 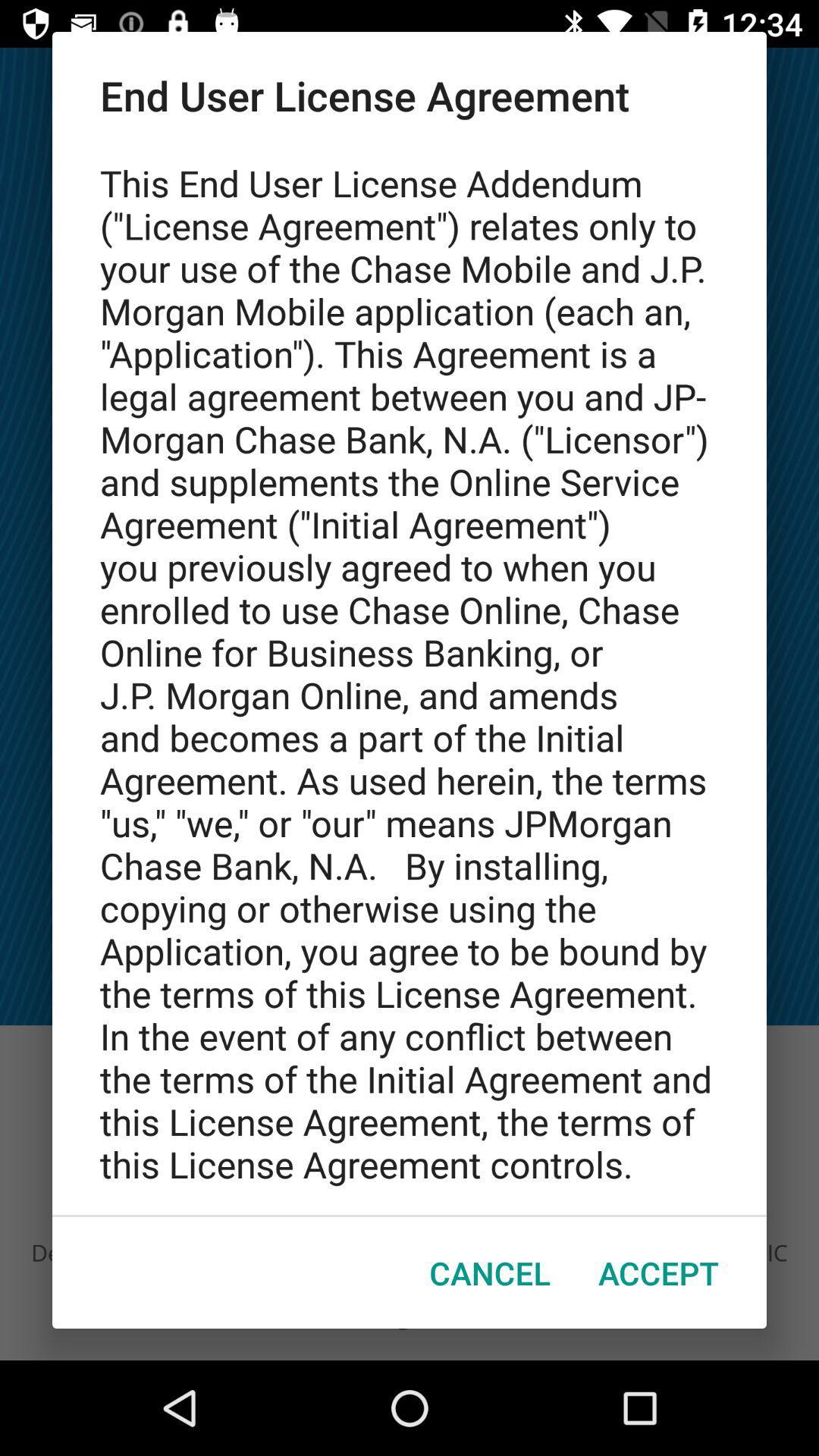 What do you see at coordinates (657, 1272) in the screenshot?
I see `accept button` at bounding box center [657, 1272].